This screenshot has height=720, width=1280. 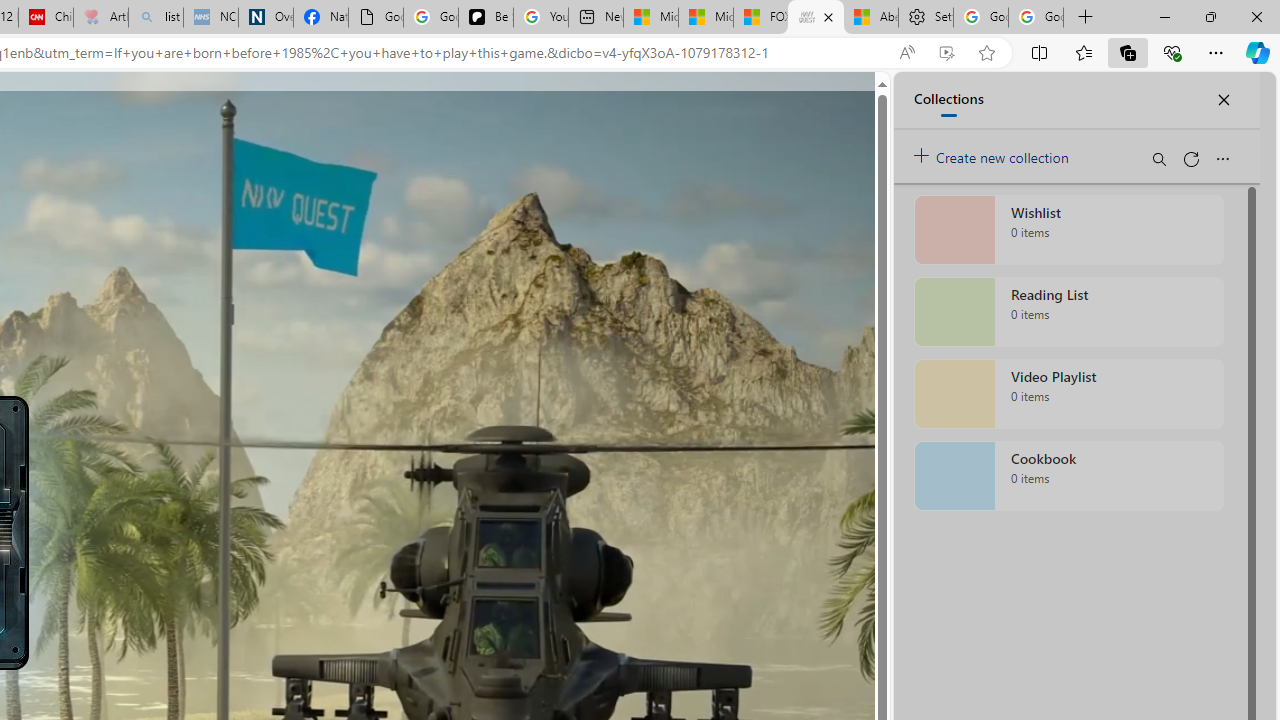 What do you see at coordinates (1209, 16) in the screenshot?
I see `'Restore'` at bounding box center [1209, 16].